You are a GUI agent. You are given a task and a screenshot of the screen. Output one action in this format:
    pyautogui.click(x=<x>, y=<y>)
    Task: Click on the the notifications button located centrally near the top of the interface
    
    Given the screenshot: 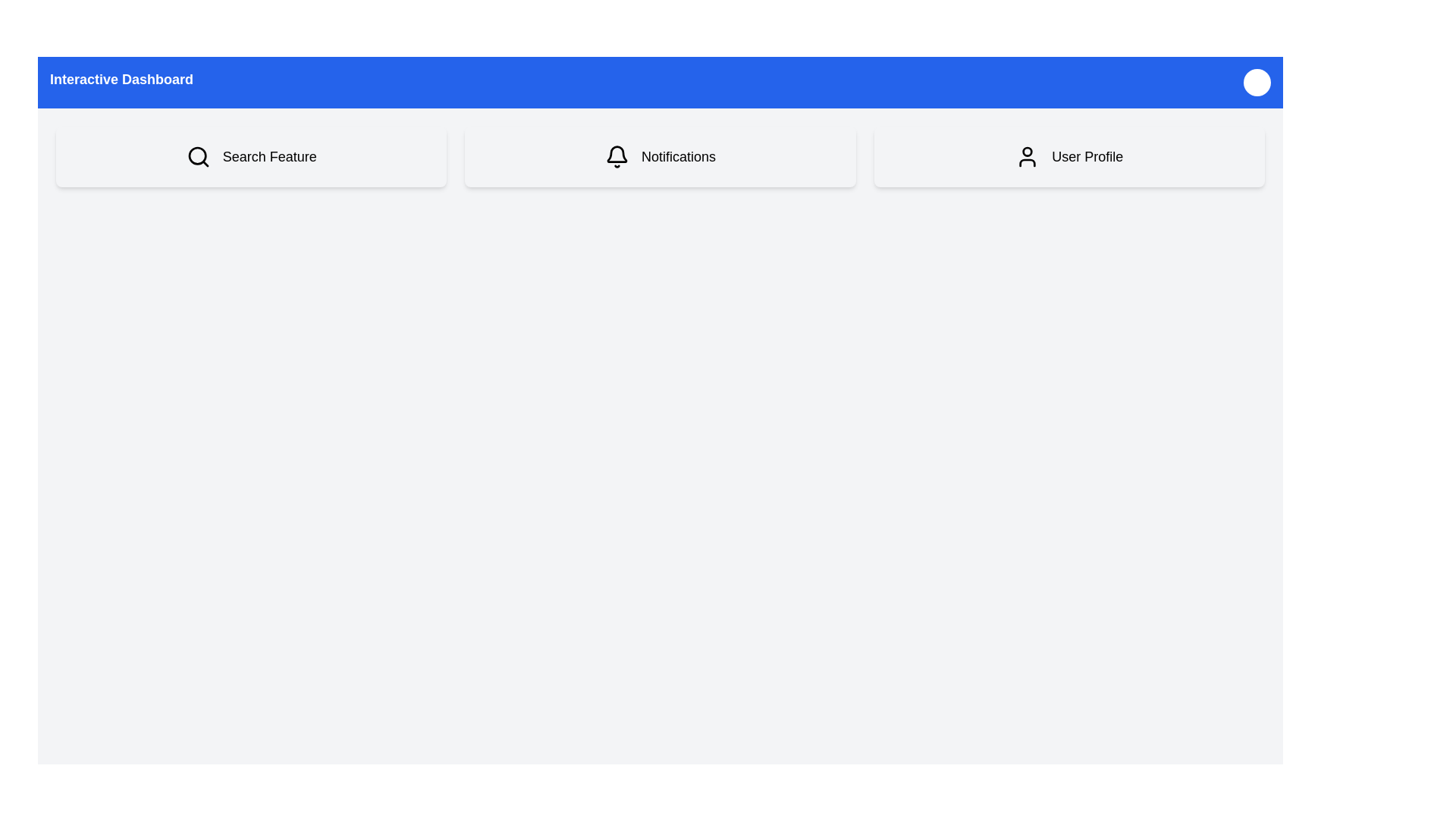 What is the action you would take?
    pyautogui.click(x=660, y=157)
    